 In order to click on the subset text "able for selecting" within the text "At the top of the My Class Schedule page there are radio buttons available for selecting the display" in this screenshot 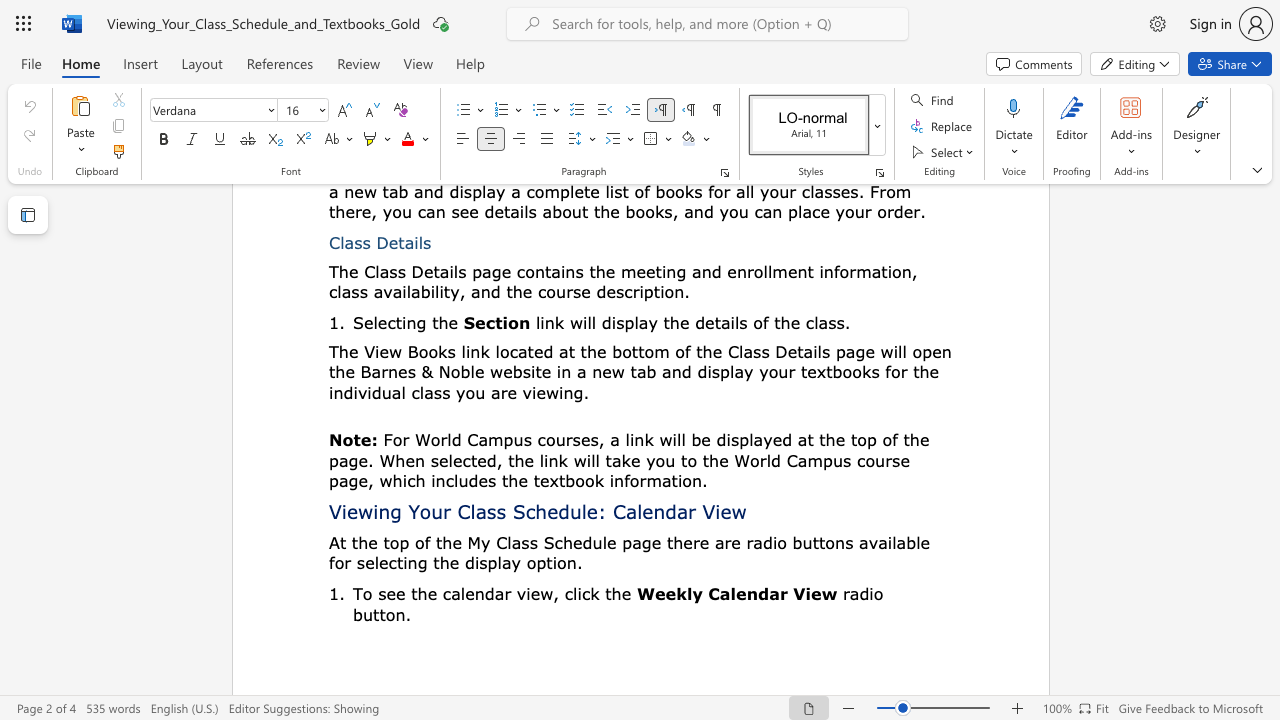, I will do `click(895, 542)`.